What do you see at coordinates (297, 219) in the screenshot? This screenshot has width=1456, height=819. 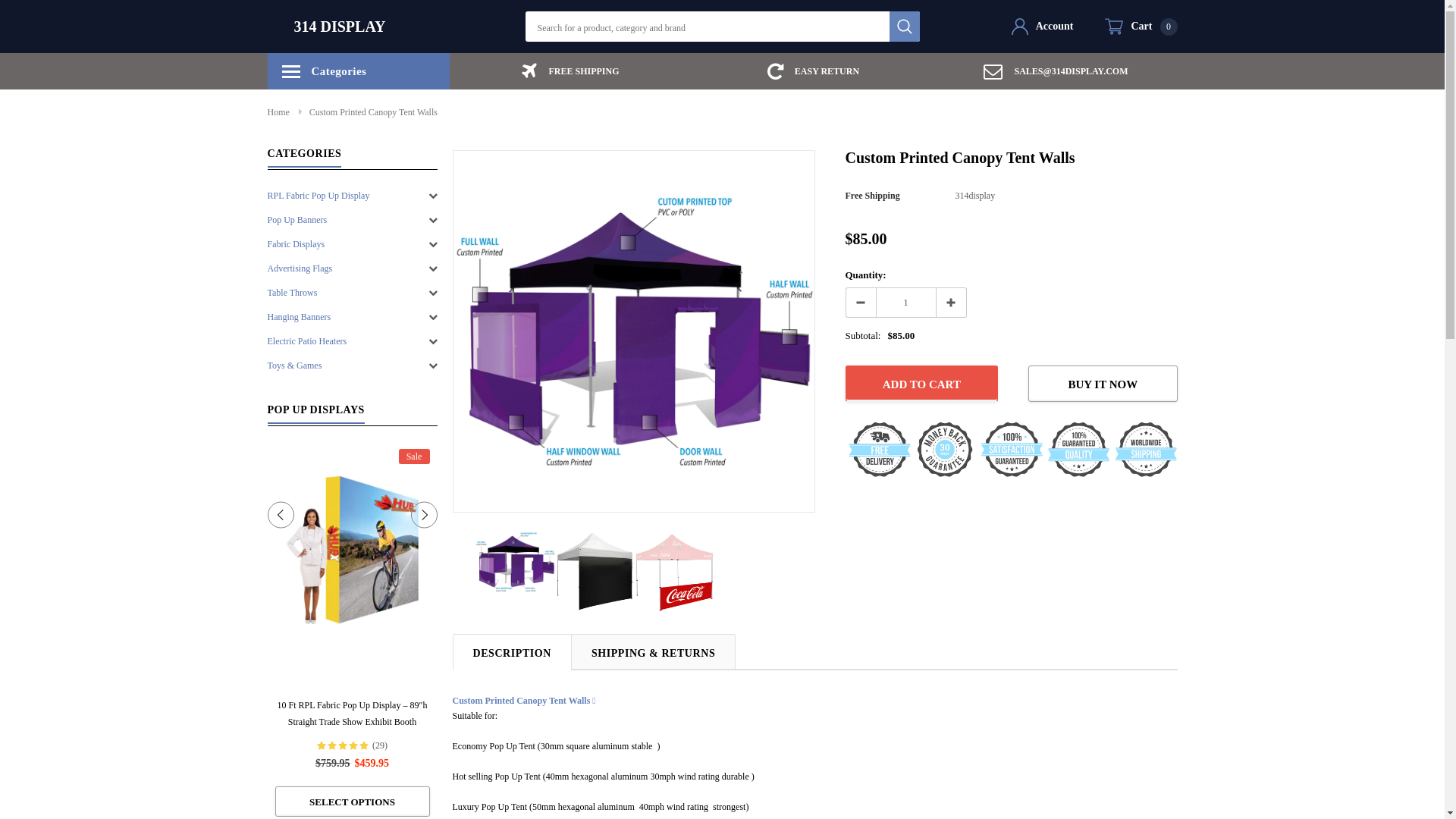 I see `'Pop Up Banners'` at bounding box center [297, 219].